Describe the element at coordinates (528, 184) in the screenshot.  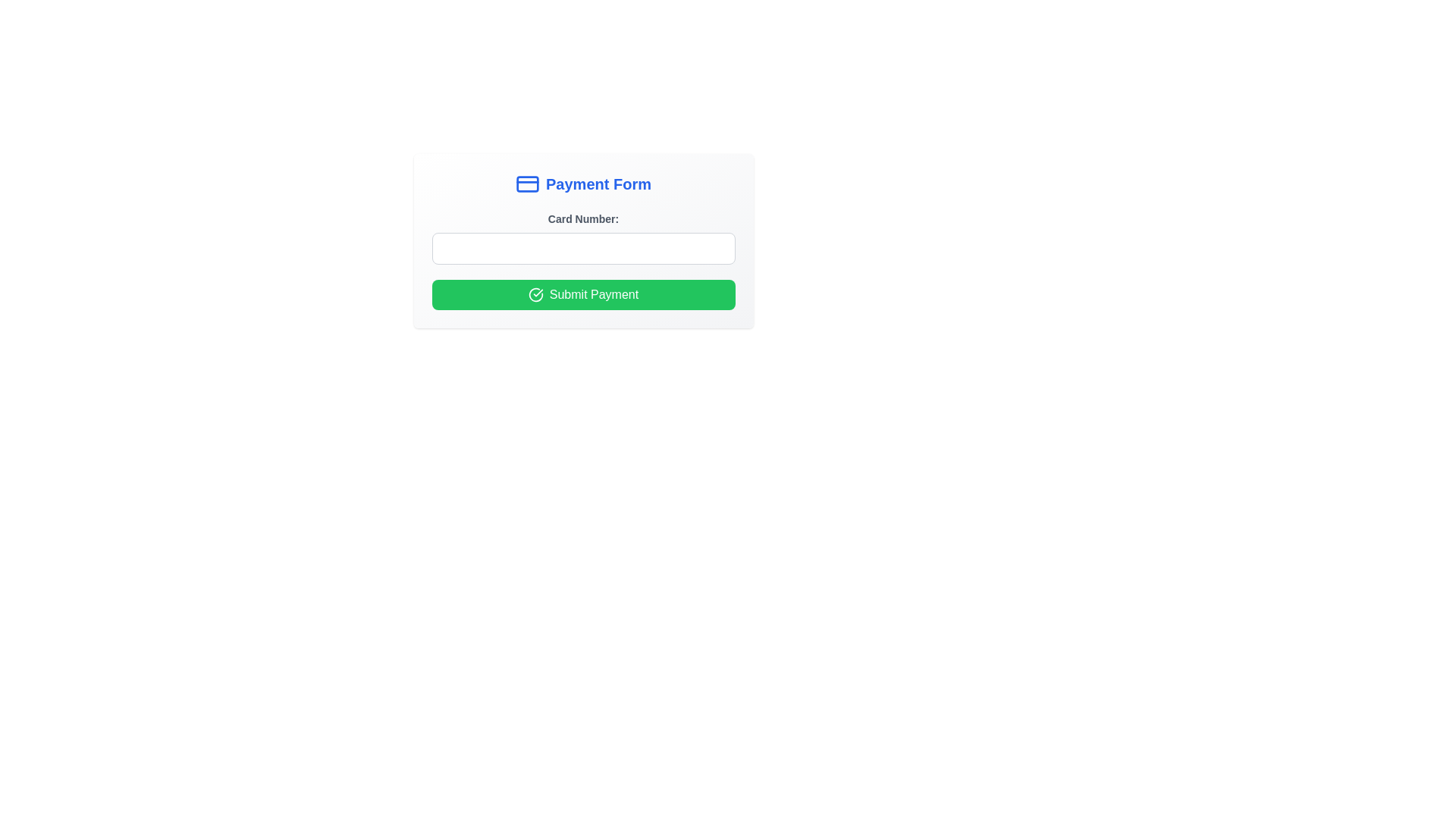
I see `the SVG credit card icon with a blue outline, located to the left of the 'Payment Form' heading in the header section` at that location.